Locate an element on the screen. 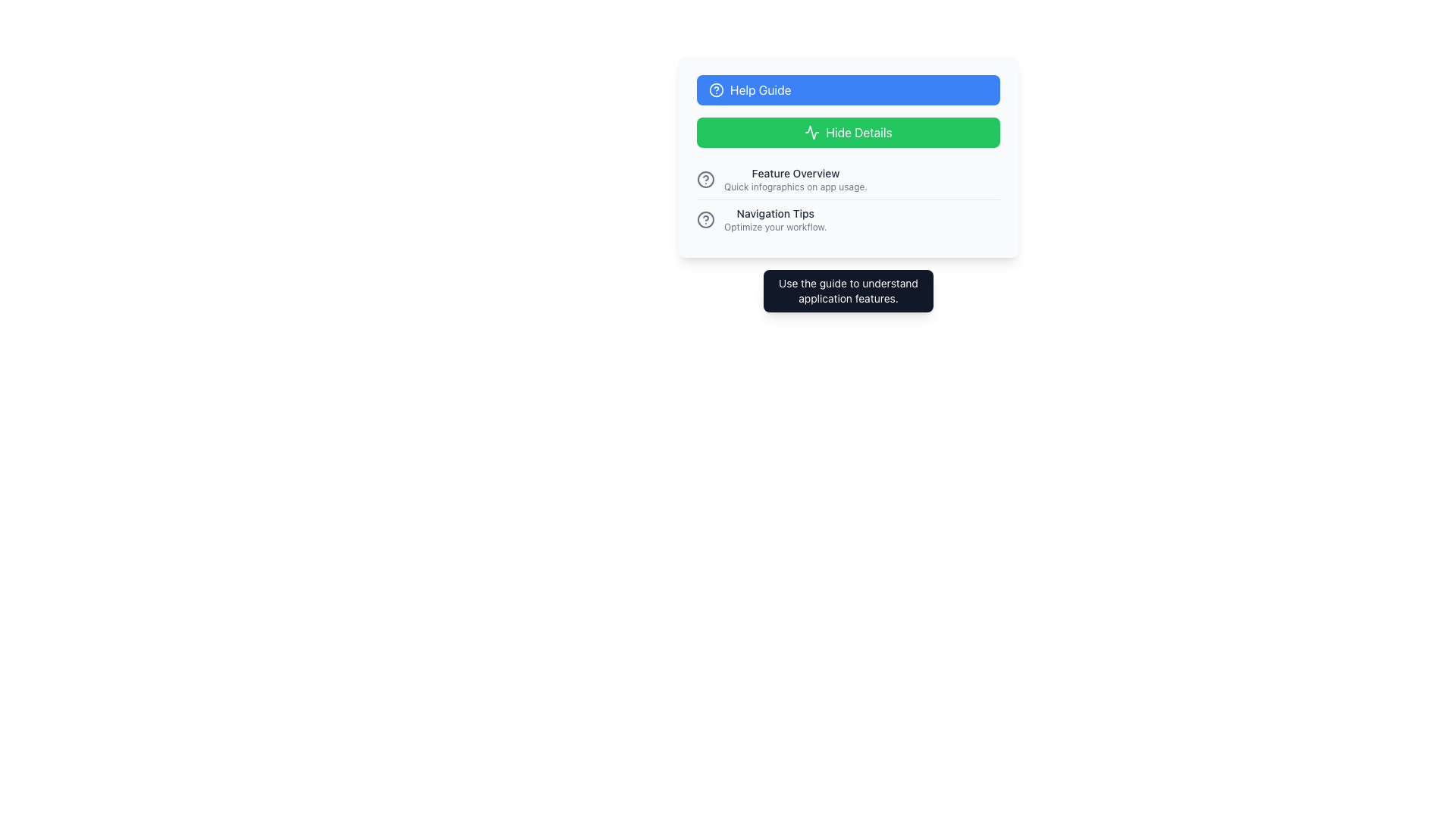 Image resolution: width=1456 pixels, height=819 pixels. the toggle button located centrally within a light gray box, positioned directly beneath the blue 'Help Guide' button and above the 'Feature Overview' section is located at coordinates (847, 131).